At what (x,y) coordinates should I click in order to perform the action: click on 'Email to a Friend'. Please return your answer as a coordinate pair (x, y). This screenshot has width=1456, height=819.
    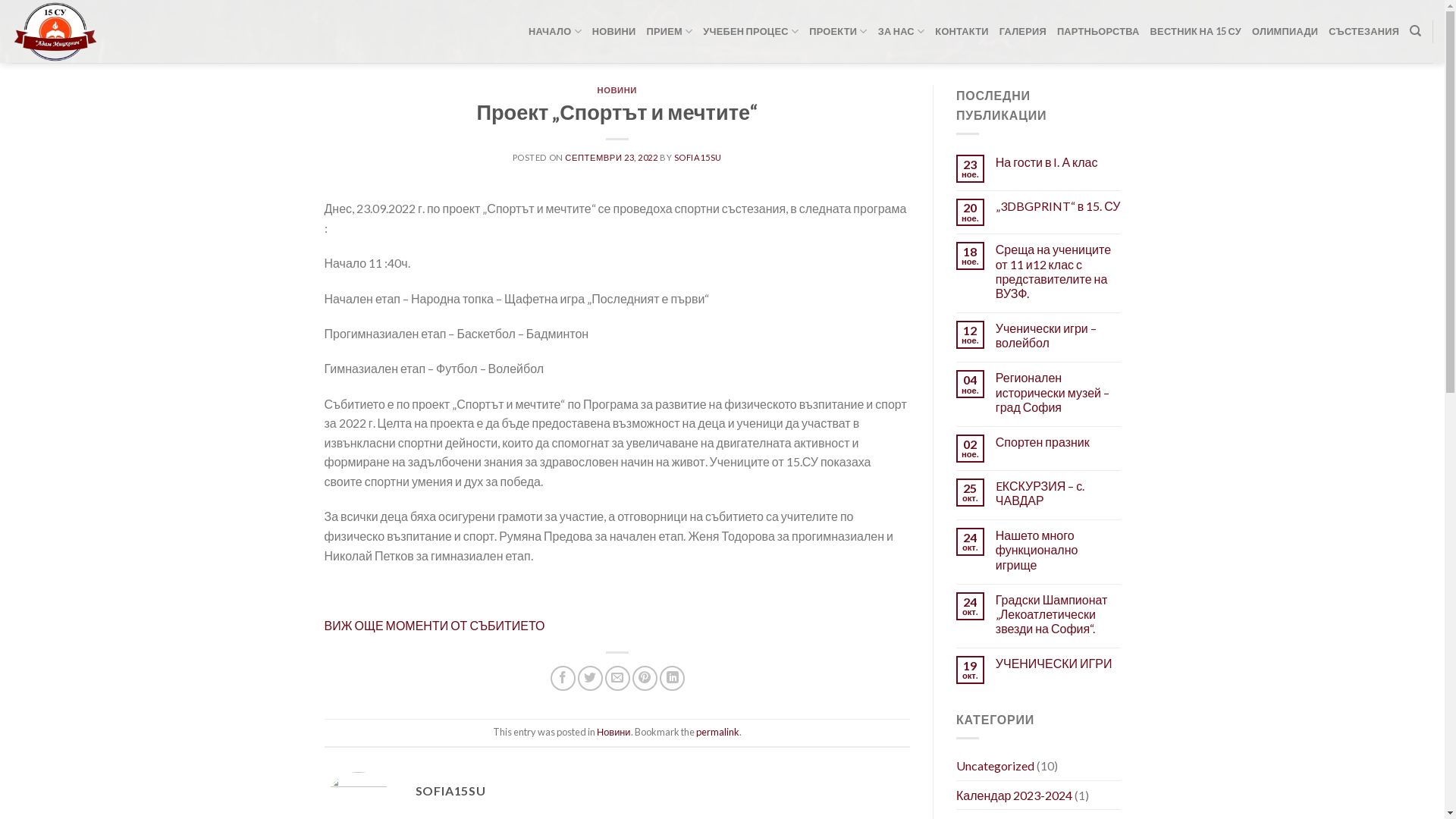
    Looking at the image, I should click on (617, 677).